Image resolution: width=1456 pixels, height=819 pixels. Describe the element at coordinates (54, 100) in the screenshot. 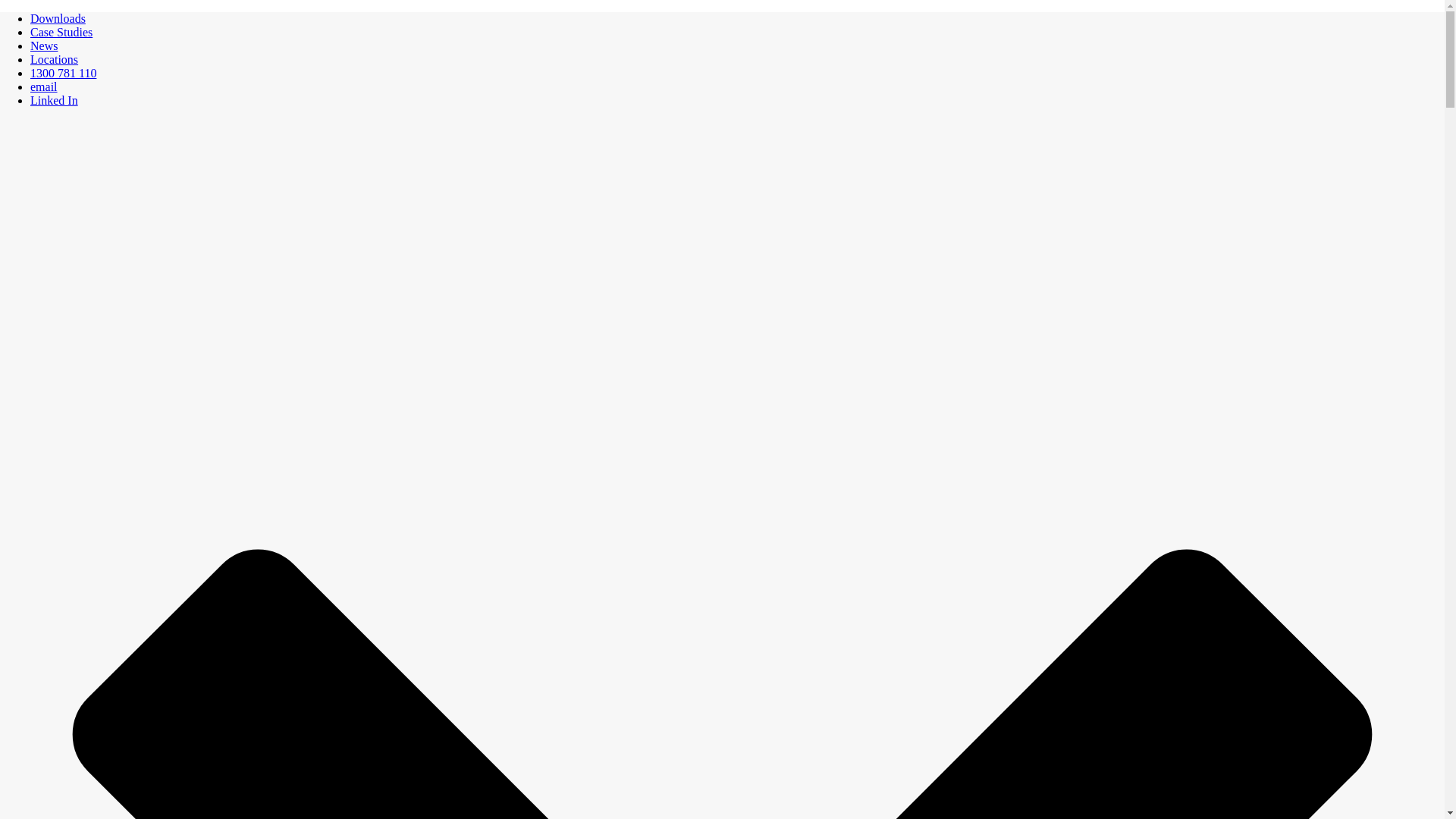

I see `'Linked In'` at that location.